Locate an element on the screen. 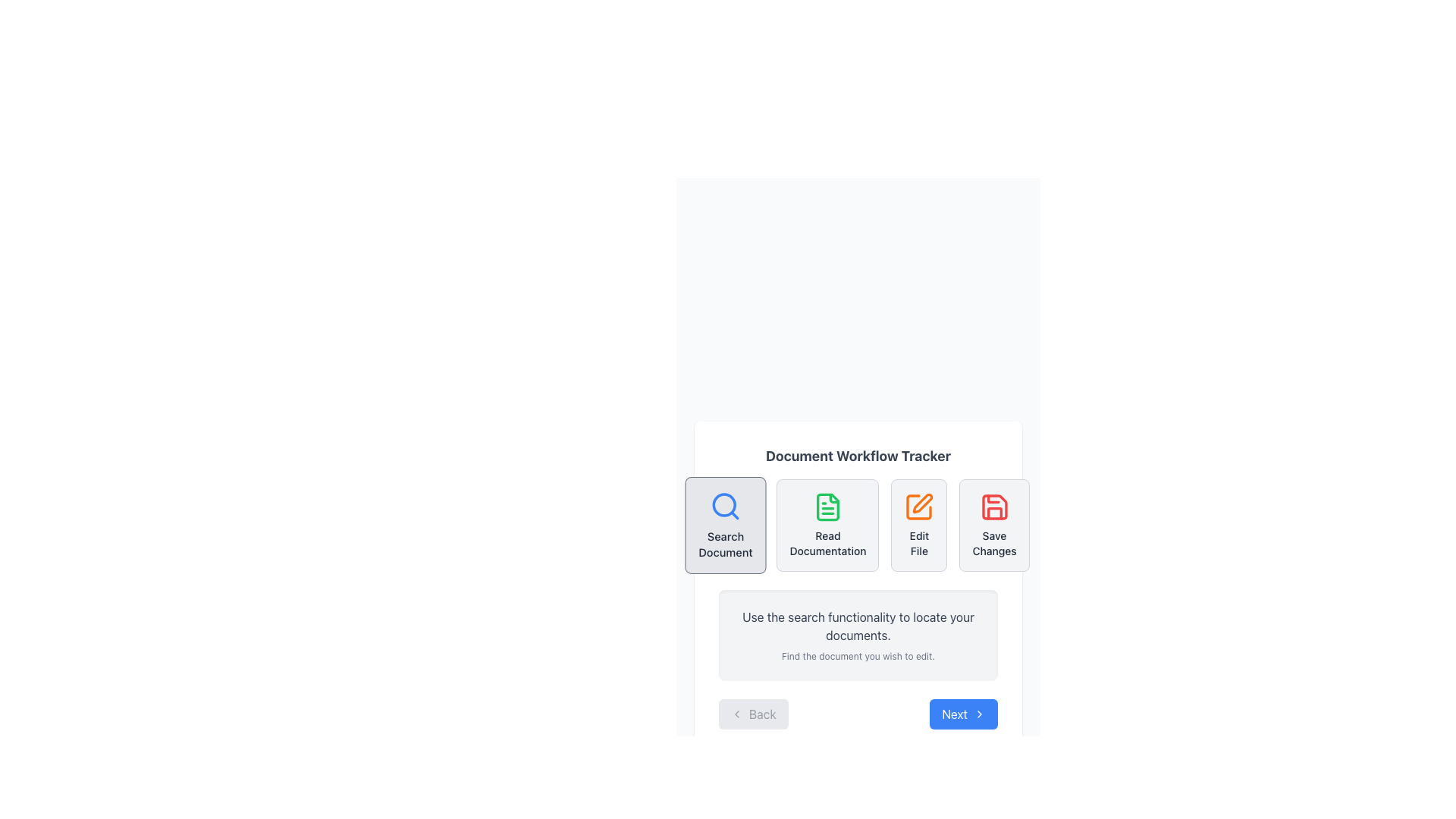 The width and height of the screenshot is (1456, 819). the red floppy disk icon button located as the fourth and rightmost item in the set of four icons below the 'Document Workflow Tracker' heading is located at coordinates (994, 507).